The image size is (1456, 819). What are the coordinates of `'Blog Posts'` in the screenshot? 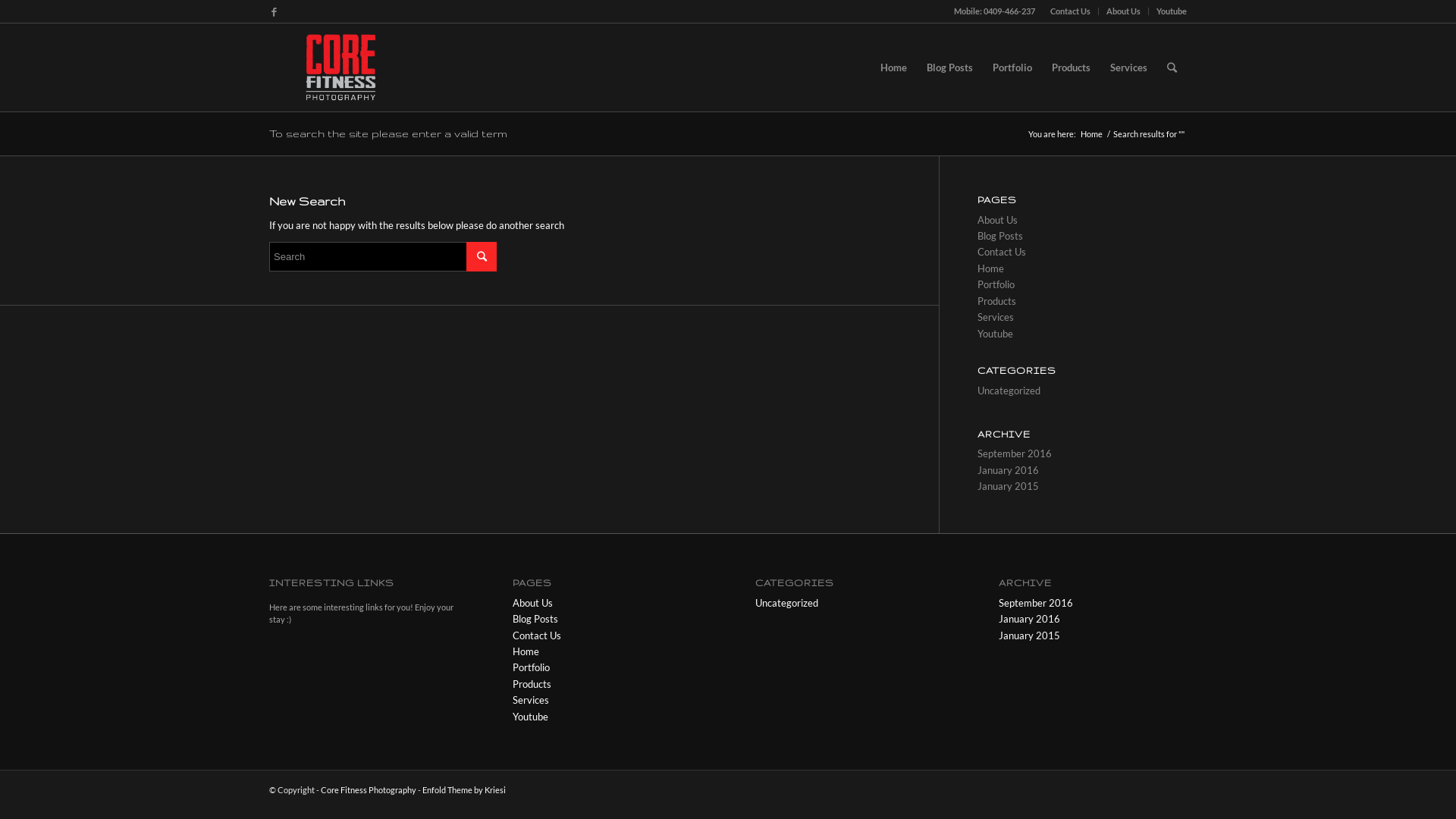 It's located at (535, 619).